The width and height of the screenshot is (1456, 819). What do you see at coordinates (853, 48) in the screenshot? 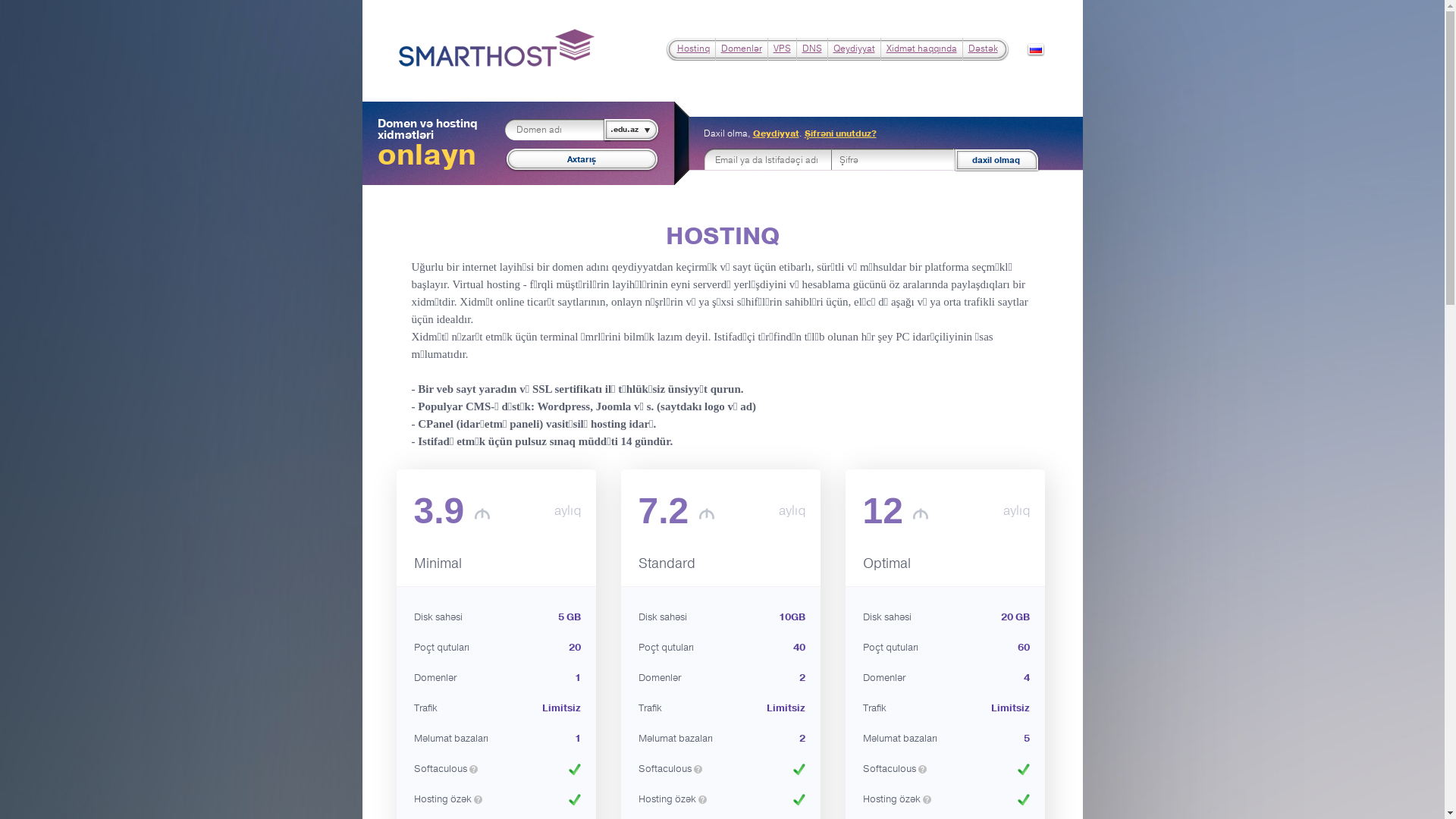
I see `'Qeydiyyat'` at bounding box center [853, 48].